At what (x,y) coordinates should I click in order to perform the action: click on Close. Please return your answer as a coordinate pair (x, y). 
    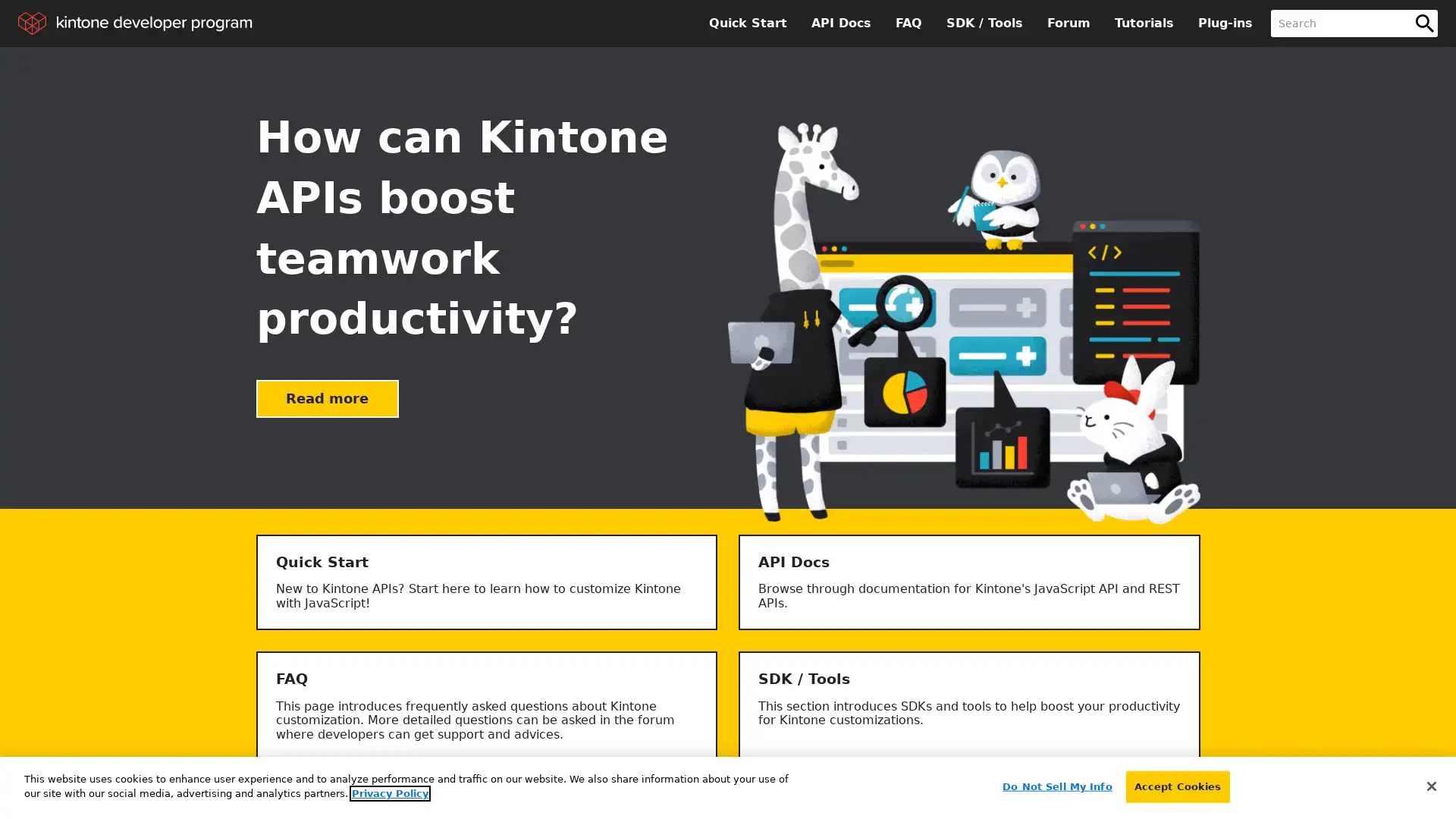
    Looking at the image, I should click on (1430, 785).